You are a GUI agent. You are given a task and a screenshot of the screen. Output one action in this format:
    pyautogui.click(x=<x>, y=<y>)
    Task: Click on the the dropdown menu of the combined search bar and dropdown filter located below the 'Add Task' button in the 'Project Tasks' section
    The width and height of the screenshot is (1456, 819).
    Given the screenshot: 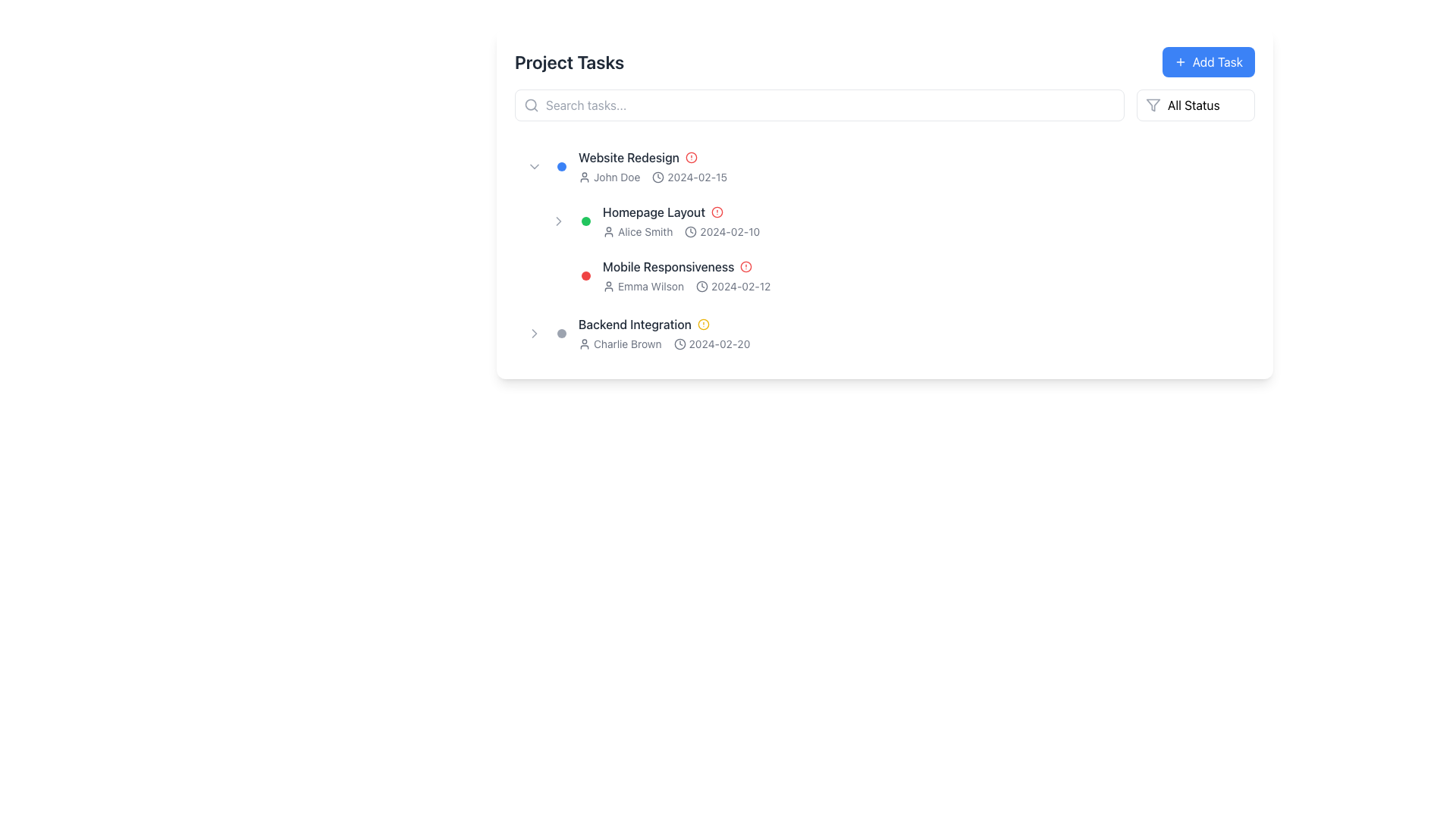 What is the action you would take?
    pyautogui.click(x=884, y=104)
    